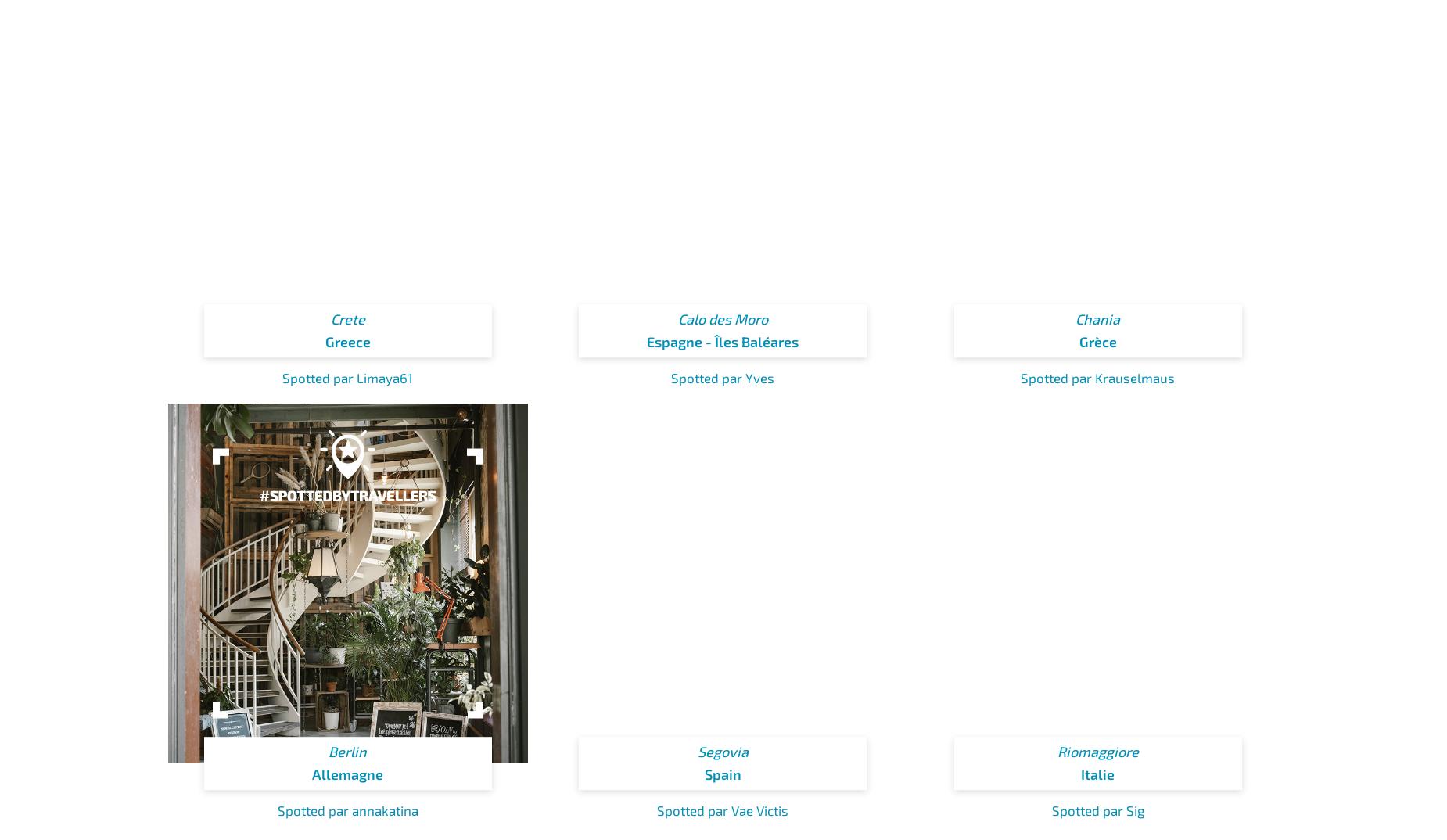 The width and height of the screenshot is (1447, 840). What do you see at coordinates (346, 376) in the screenshot?
I see `'Spotted par Limaya61'` at bounding box center [346, 376].